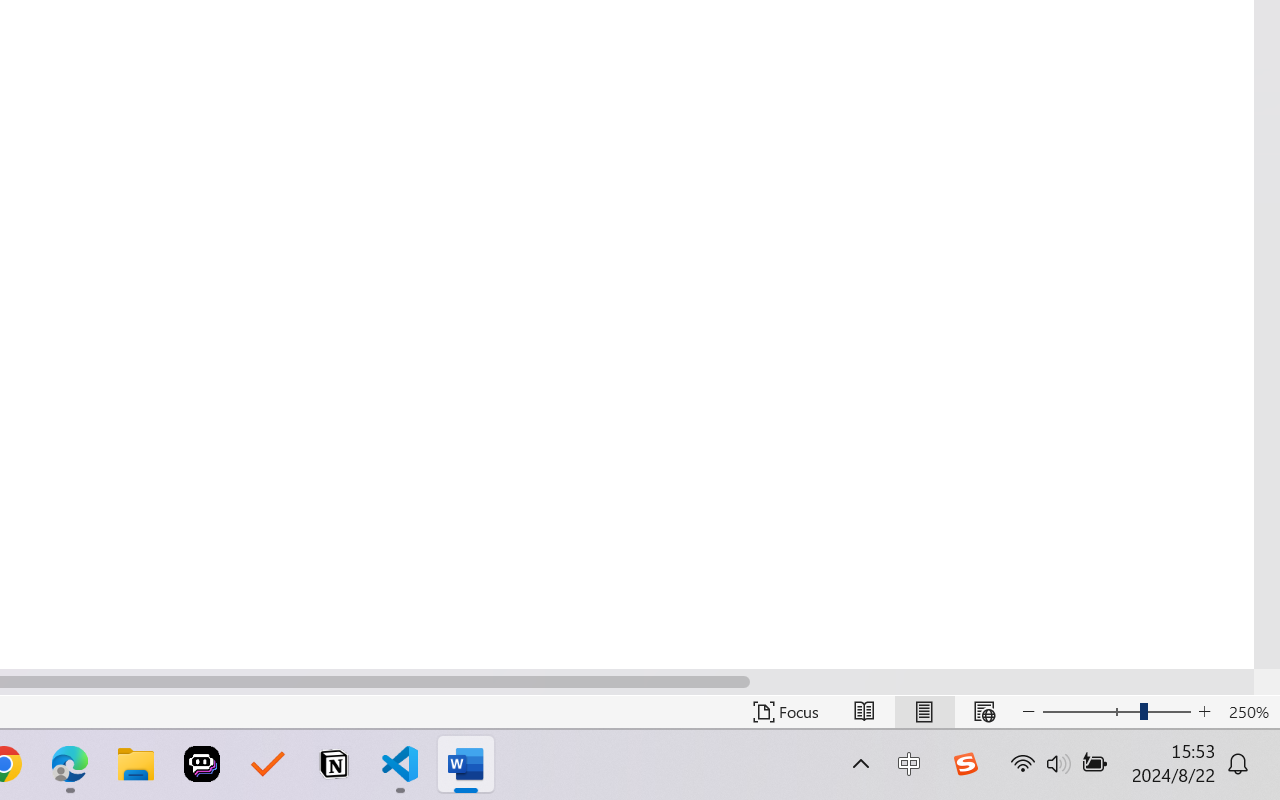 This screenshot has height=800, width=1280. Describe the element at coordinates (1204, 711) in the screenshot. I see `'Zoom In'` at that location.